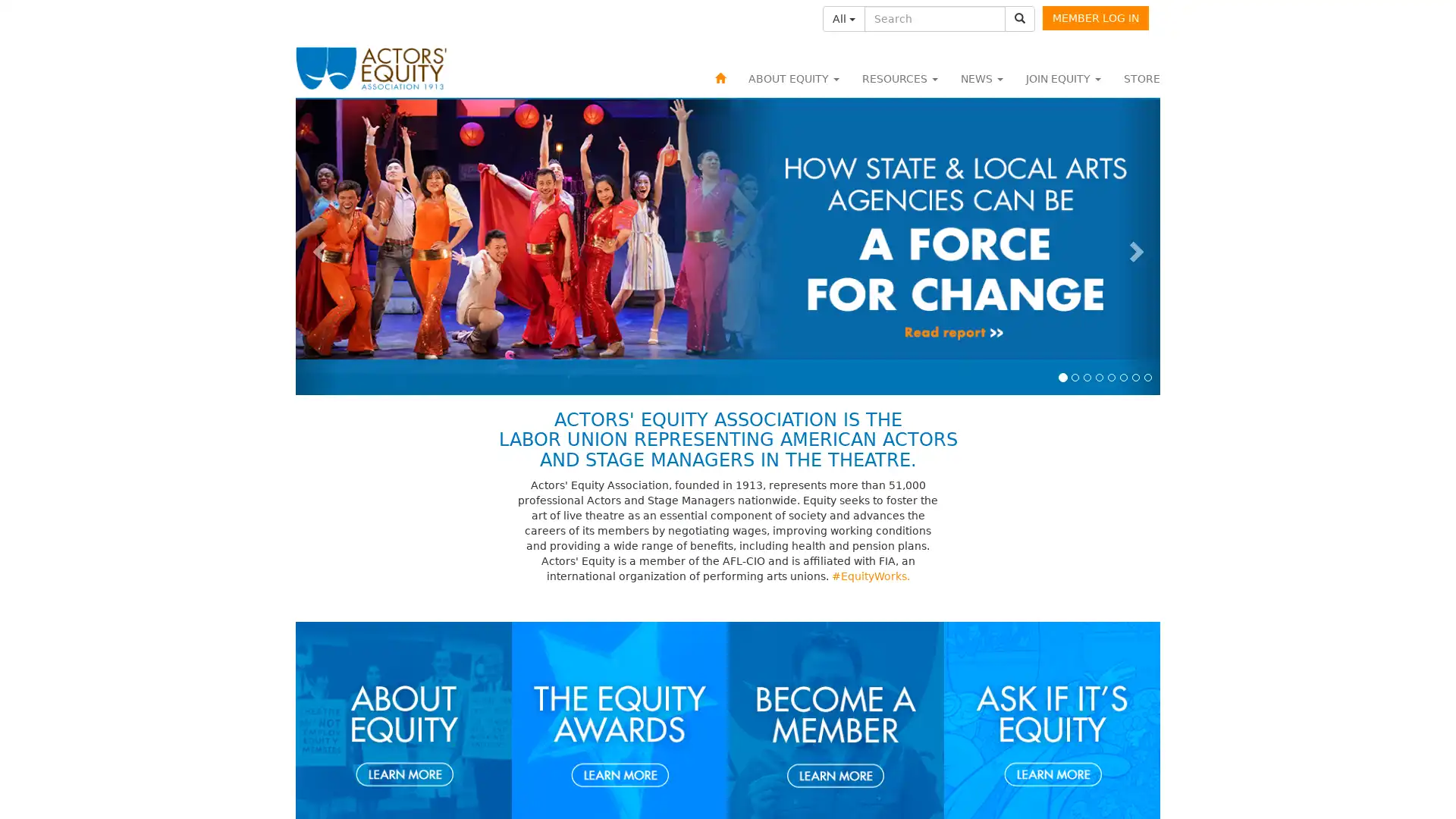  Describe the element at coordinates (1062, 79) in the screenshot. I see `JOIN EQUITY` at that location.